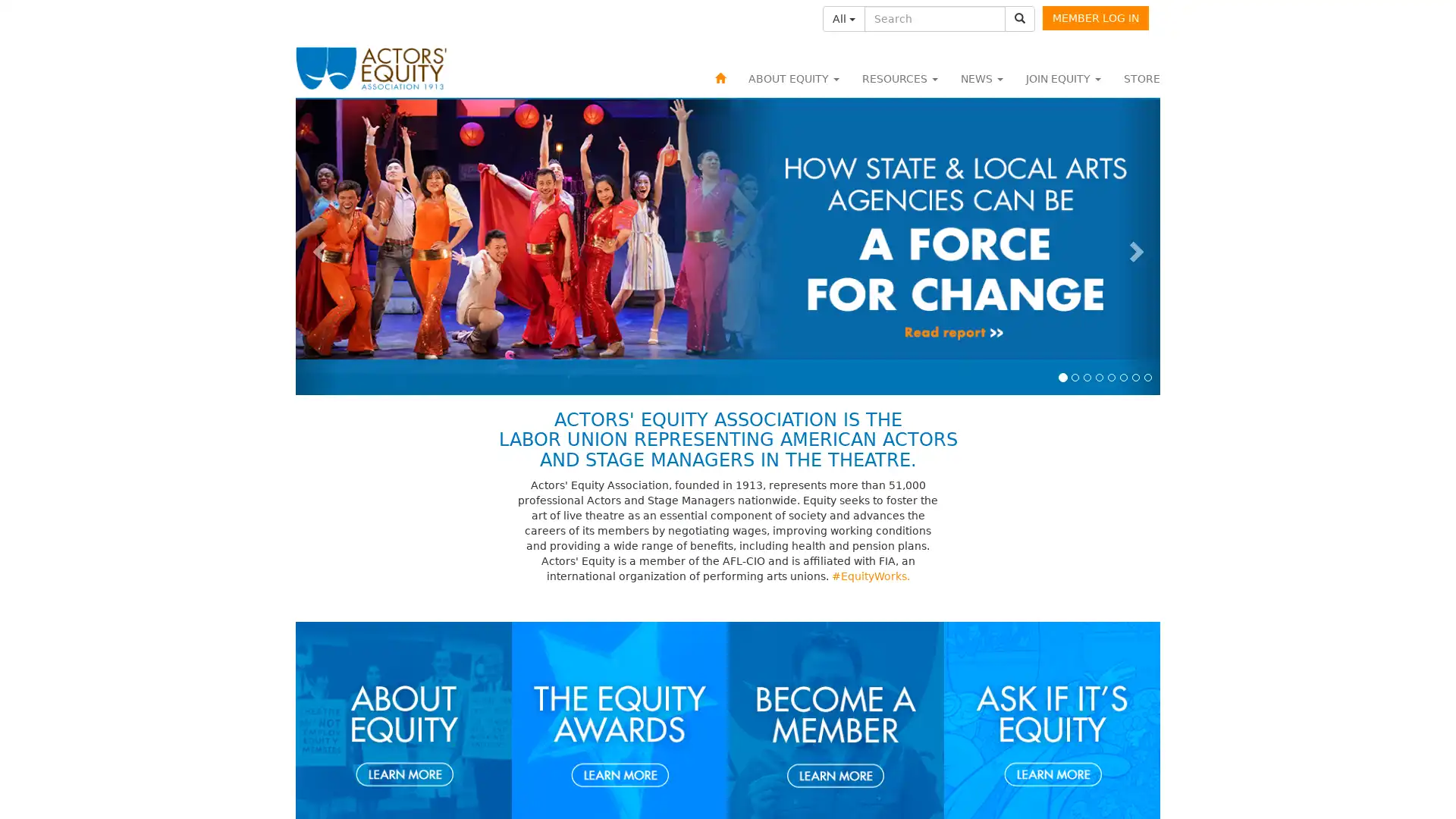  Describe the element at coordinates (1062, 79) in the screenshot. I see `JOIN EQUITY` at that location.